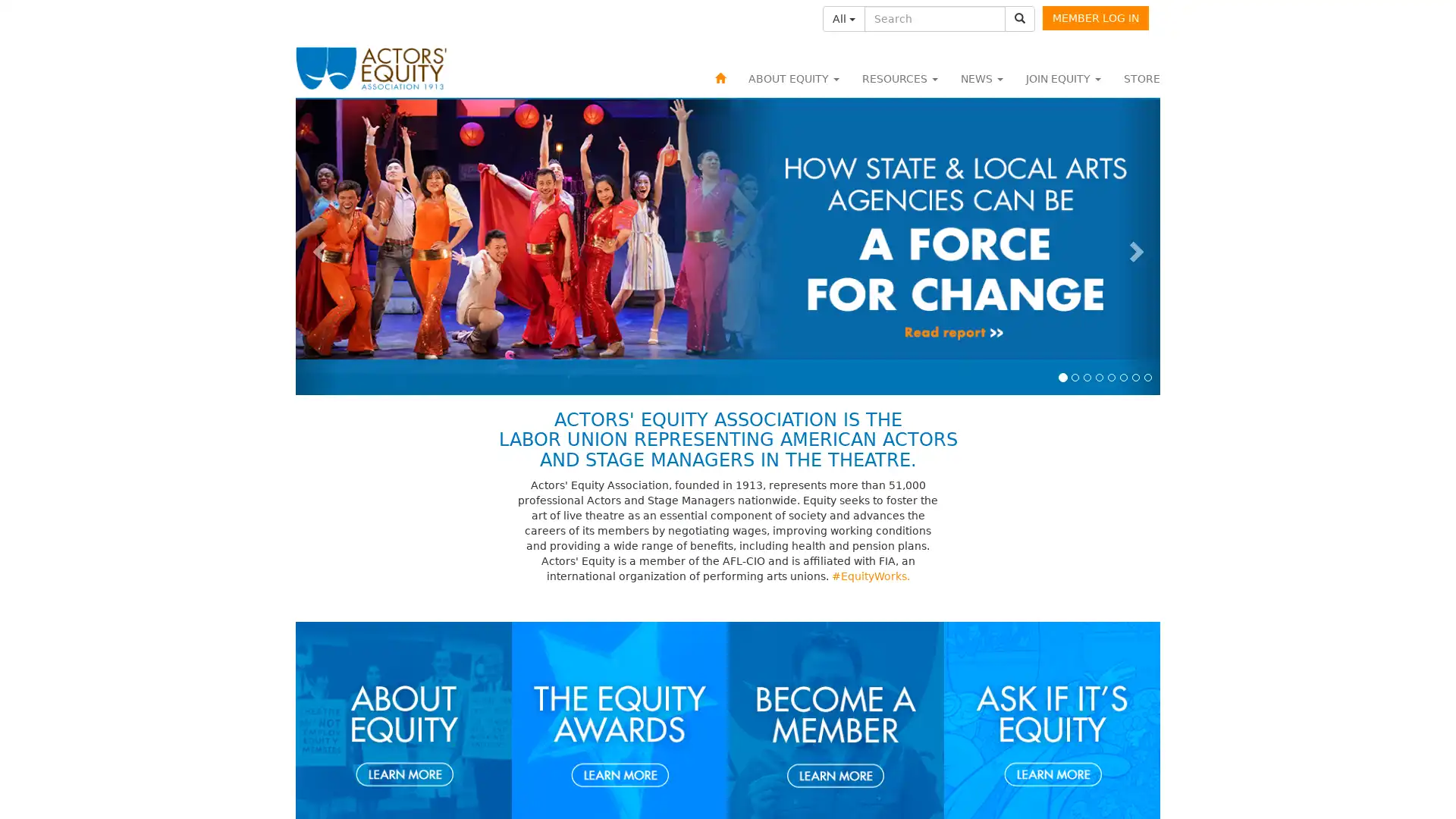  Describe the element at coordinates (1062, 79) in the screenshot. I see `JOIN EQUITY` at that location.